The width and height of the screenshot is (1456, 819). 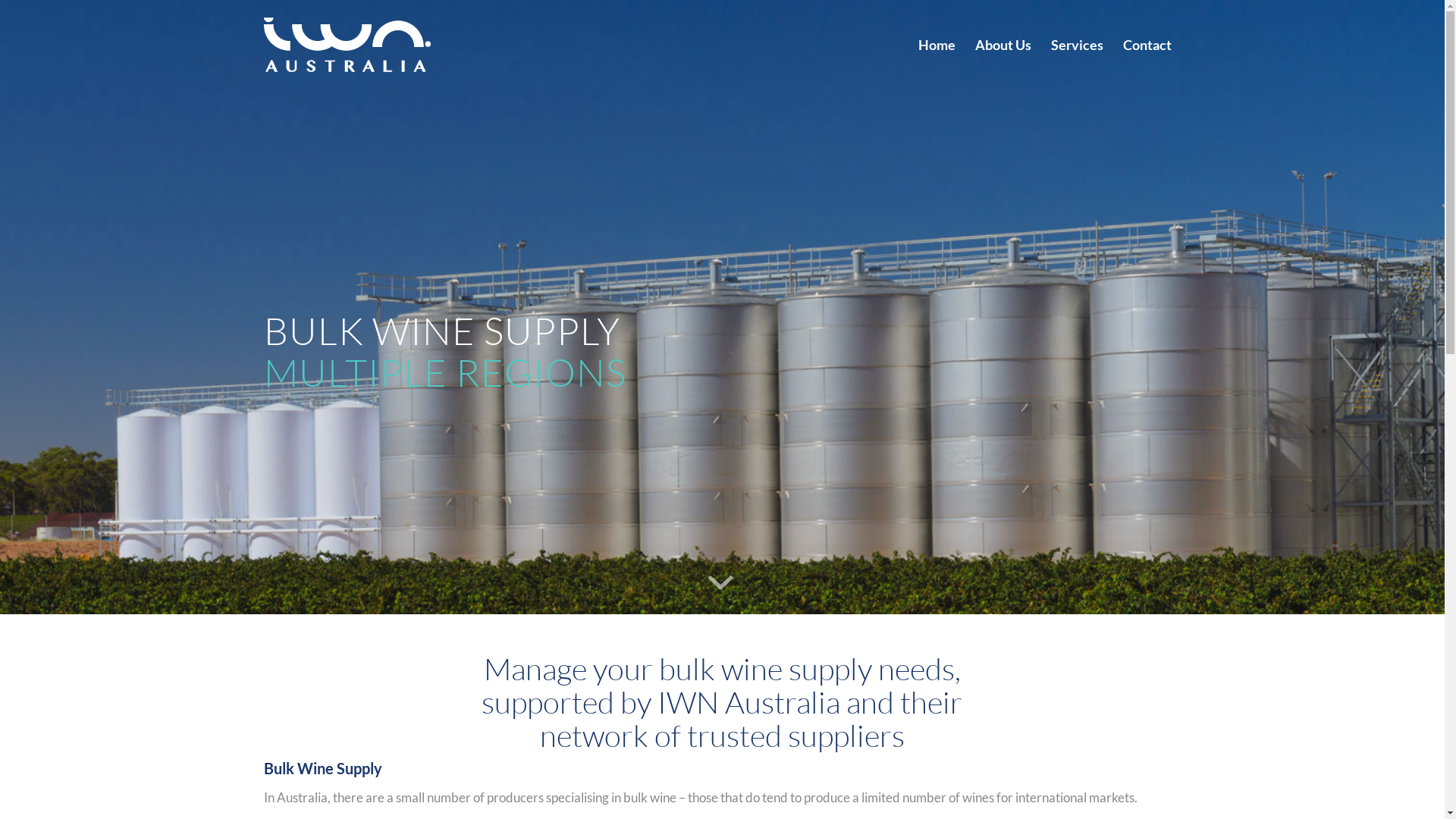 I want to click on 'About Us', so click(x=1002, y=43).